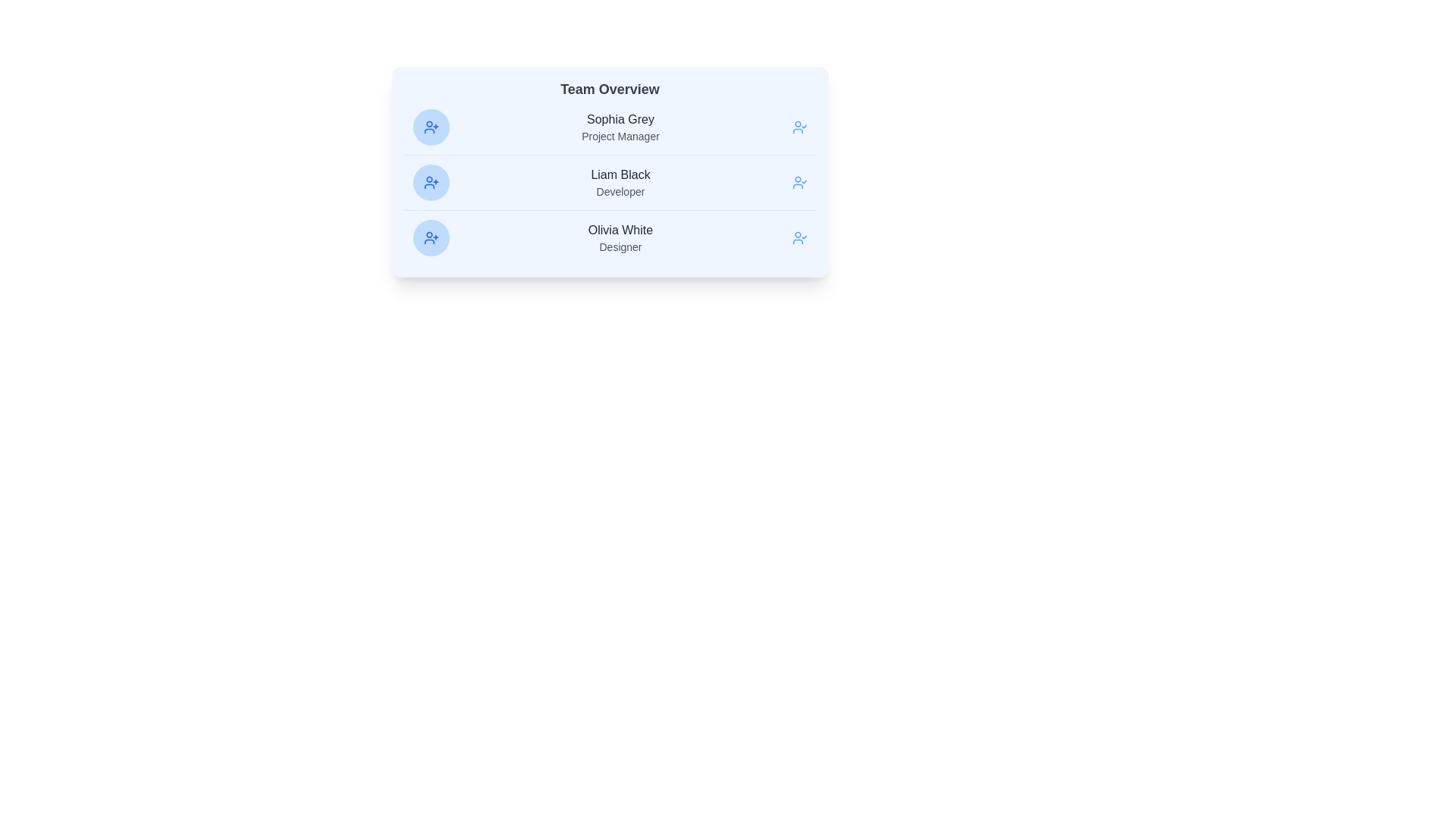  I want to click on the 'add user' icon located in the lower left corner of the third row next to the text 'Olivia White, Designer' to initiate the action associated with it, so click(430, 237).